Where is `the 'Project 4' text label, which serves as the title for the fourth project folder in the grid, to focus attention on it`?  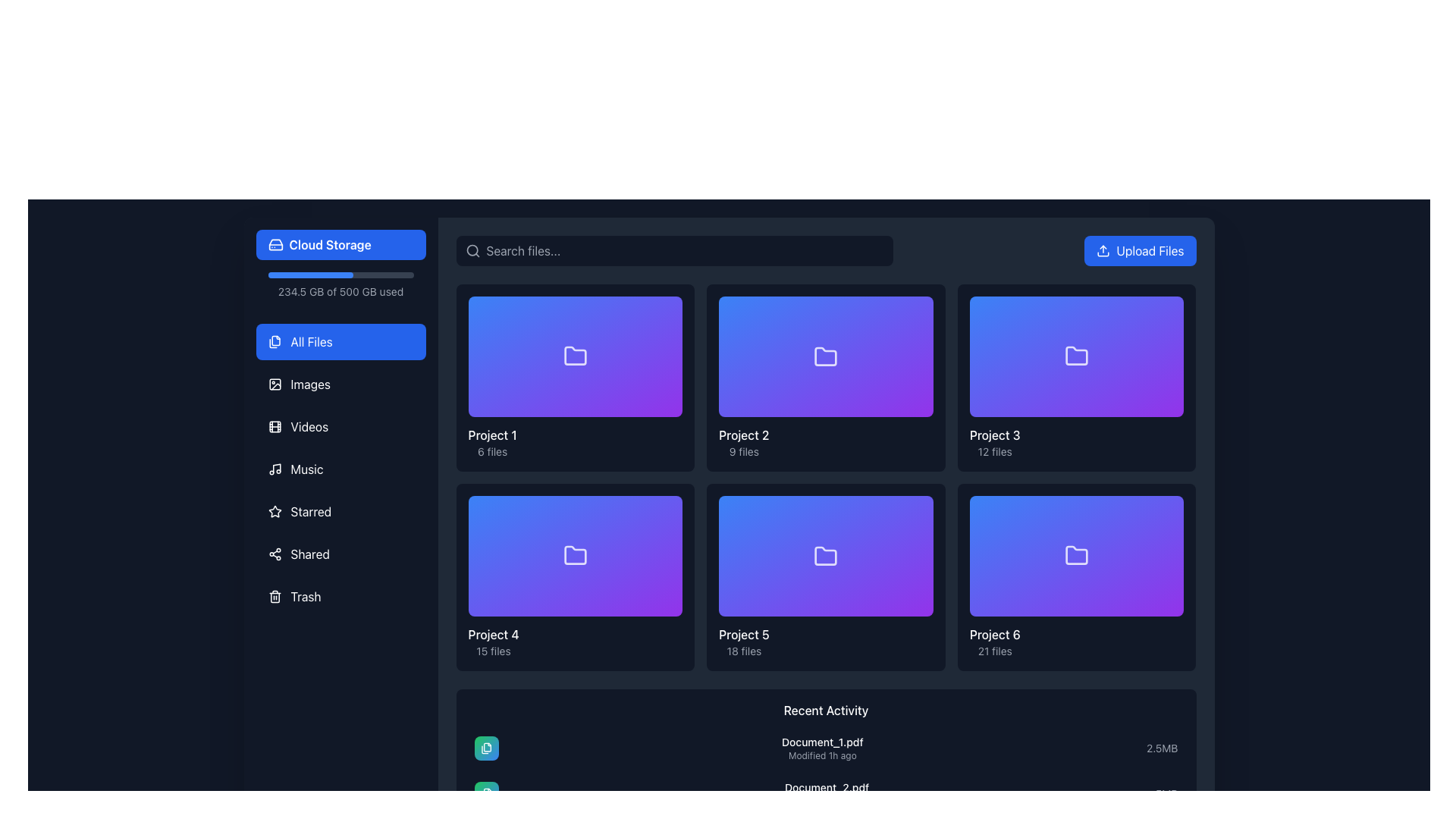
the 'Project 4' text label, which serves as the title for the fourth project folder in the grid, to focus attention on it is located at coordinates (494, 635).